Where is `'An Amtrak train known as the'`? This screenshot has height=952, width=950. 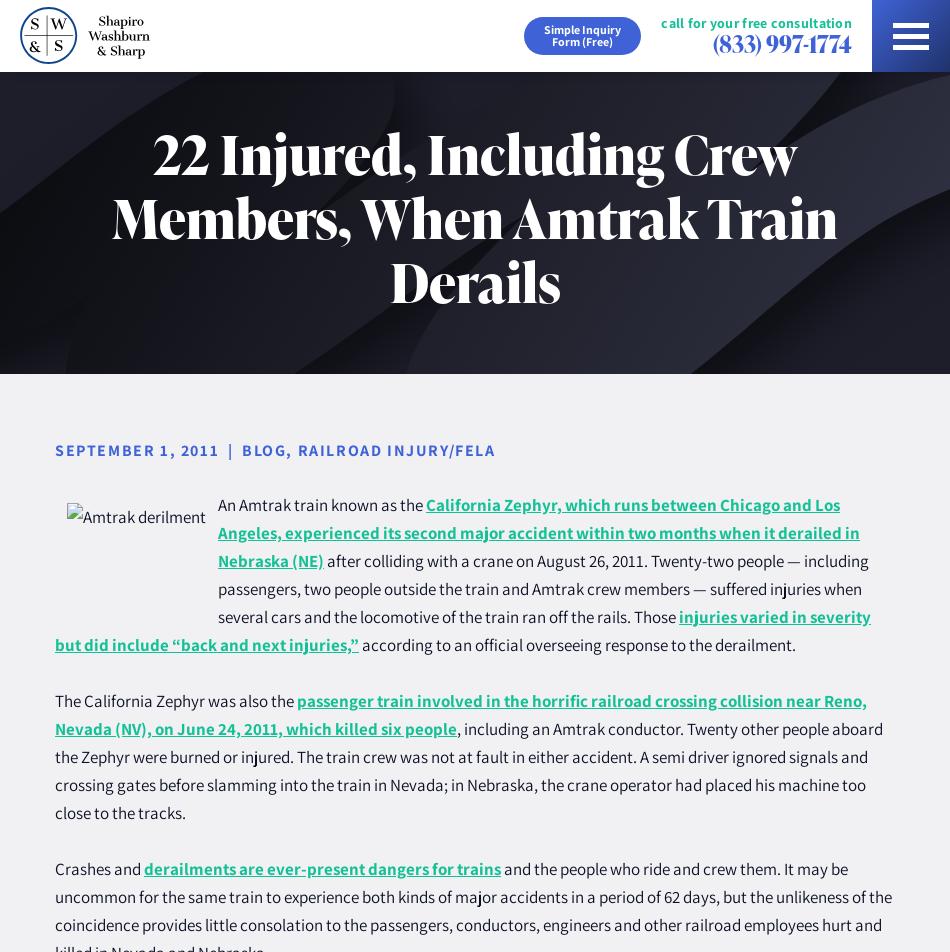 'An Amtrak train known as the' is located at coordinates (320, 505).